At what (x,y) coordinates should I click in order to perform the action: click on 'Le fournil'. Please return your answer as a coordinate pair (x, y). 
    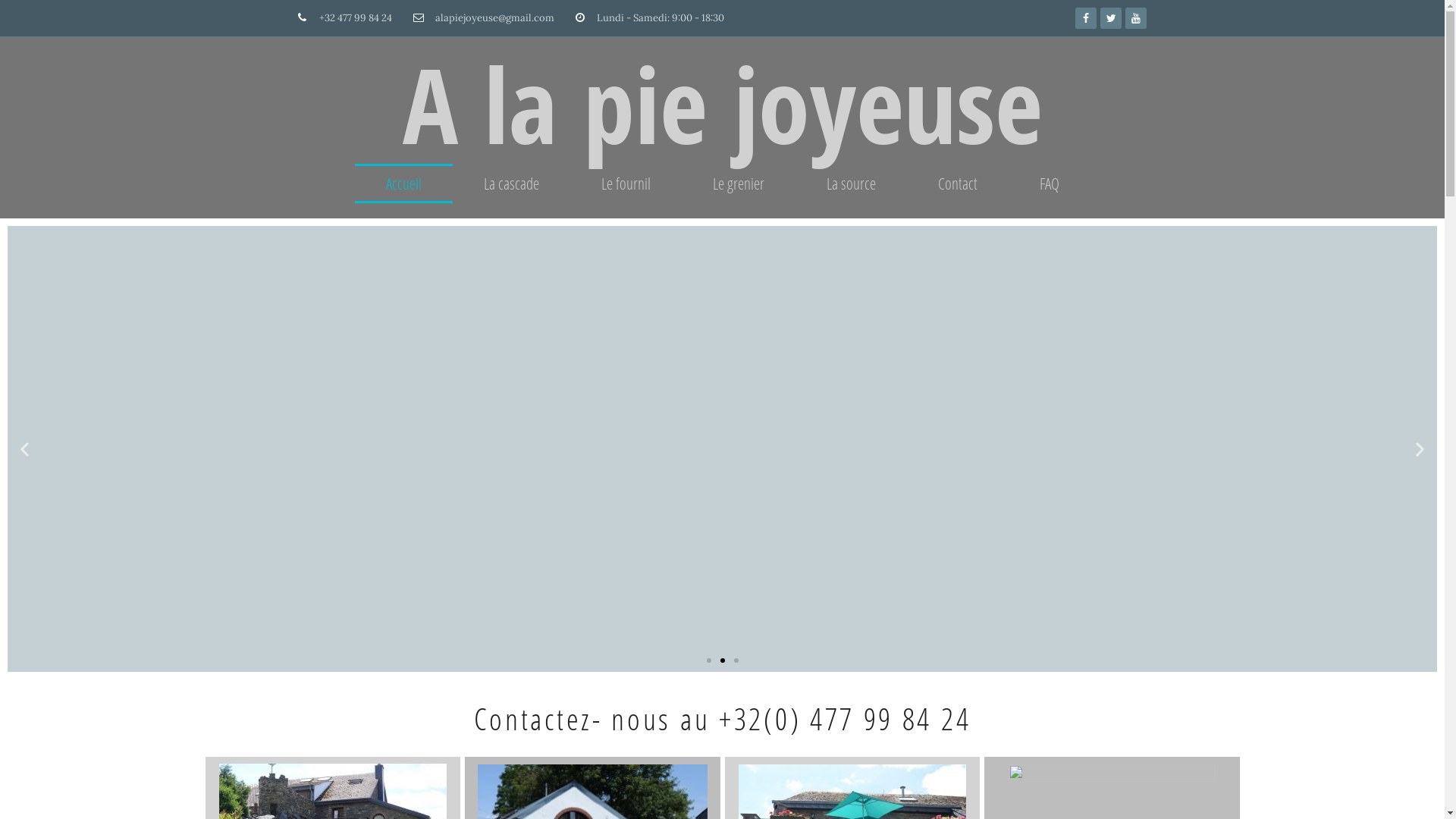
    Looking at the image, I should click on (626, 183).